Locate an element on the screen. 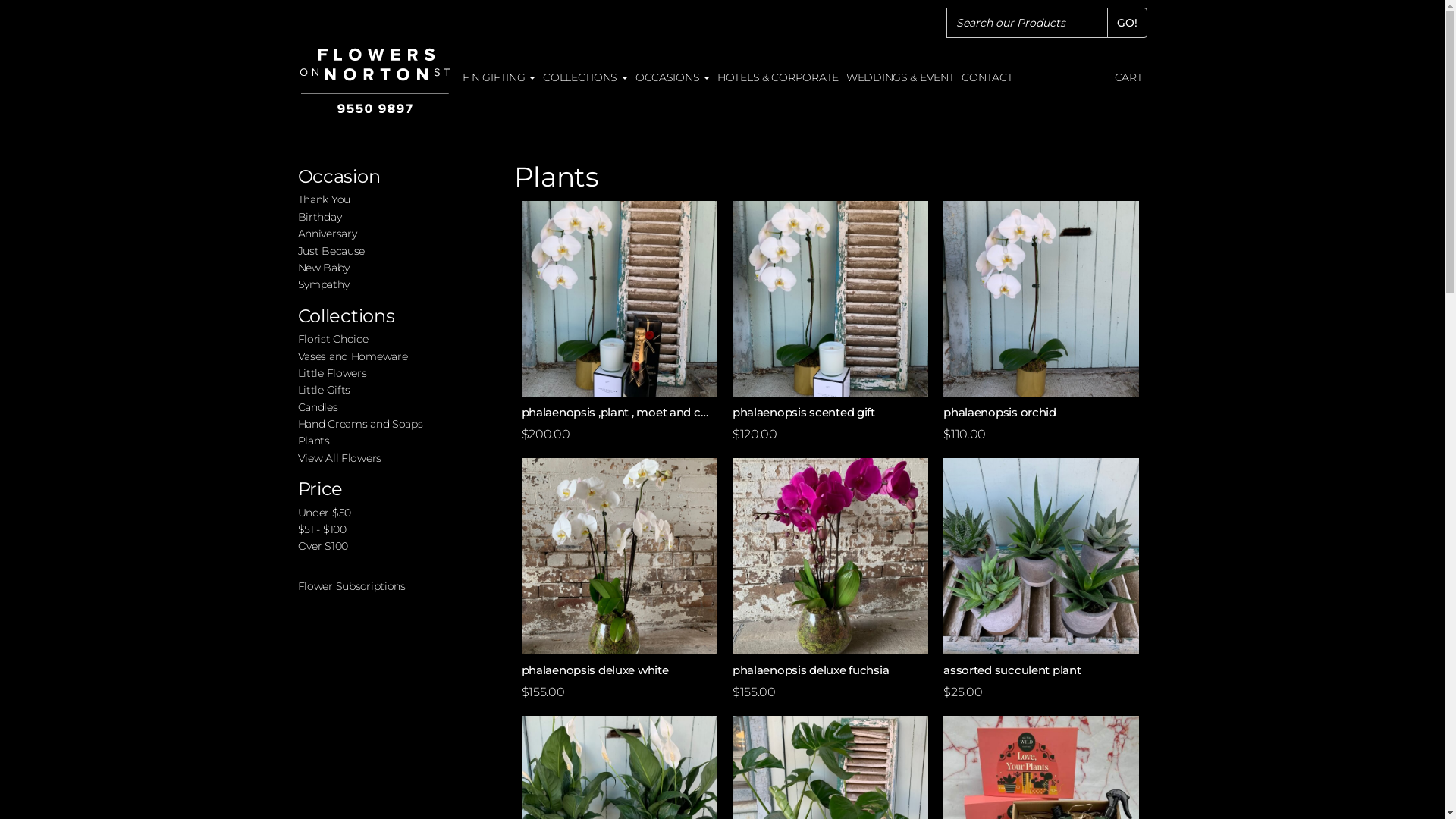 The height and width of the screenshot is (819, 1456). 'Sympathy' is located at coordinates (322, 284).